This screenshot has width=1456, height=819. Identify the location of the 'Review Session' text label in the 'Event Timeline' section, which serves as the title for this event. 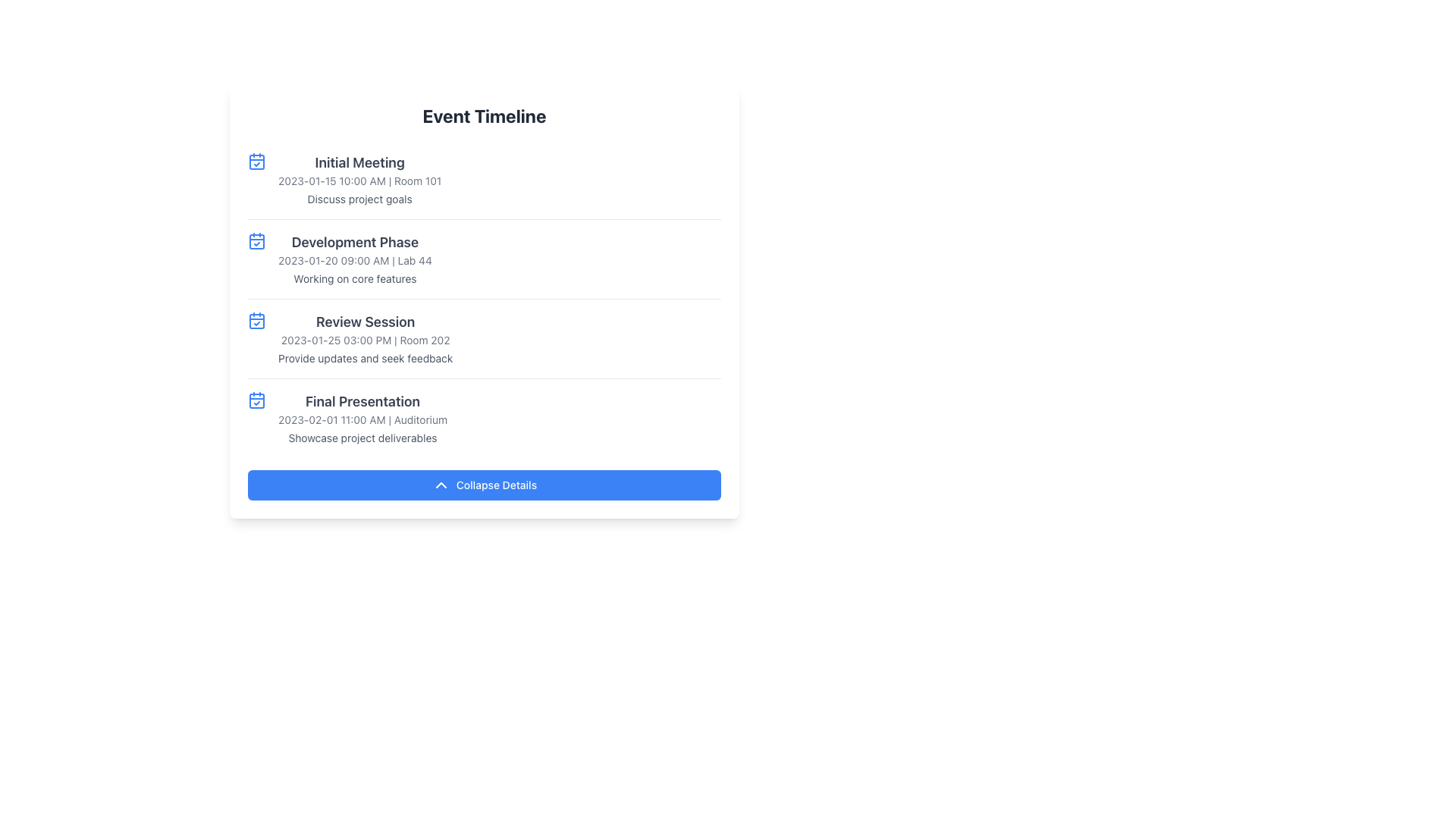
(366, 321).